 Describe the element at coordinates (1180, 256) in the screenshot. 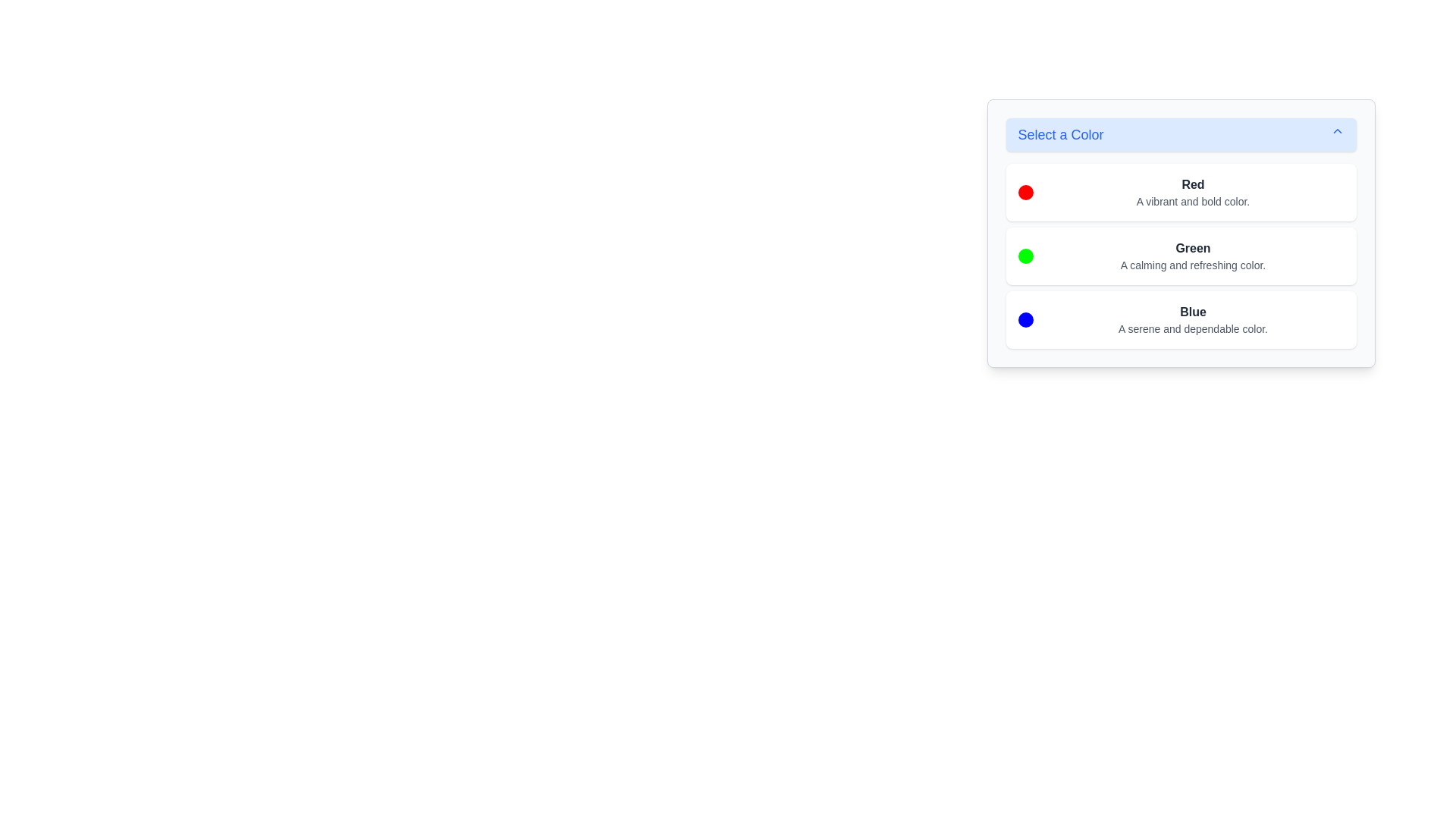

I see `the second selectable card item in the list that has a green circular indicator, bold text stating 'Green', and a descriptive text underneath about the calming color` at that location.